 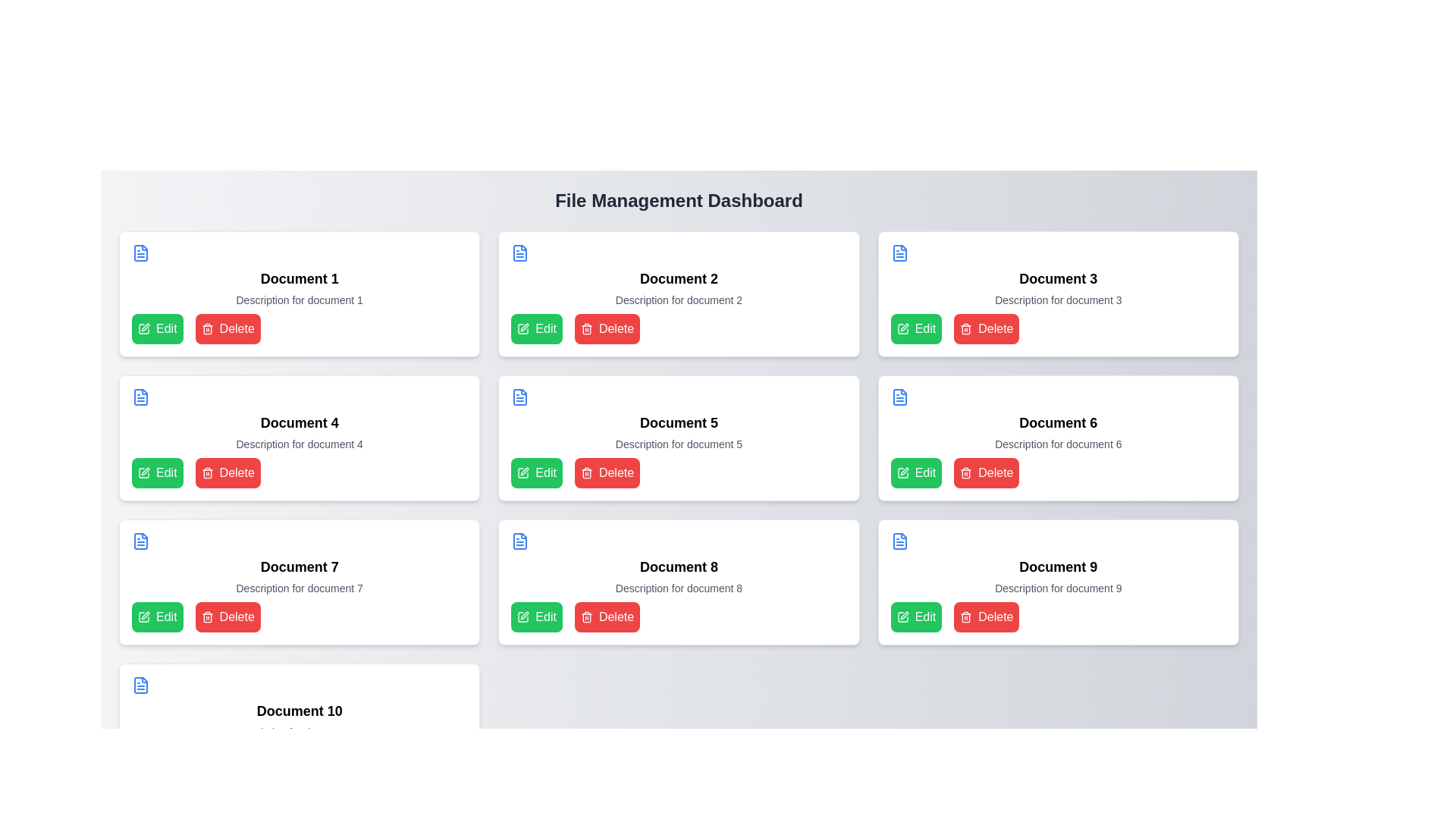 I want to click on the blue file icon representing the document associated with the card titled 'Document 5', located in the middle row and second column of the card grid layout, so click(x=520, y=397).